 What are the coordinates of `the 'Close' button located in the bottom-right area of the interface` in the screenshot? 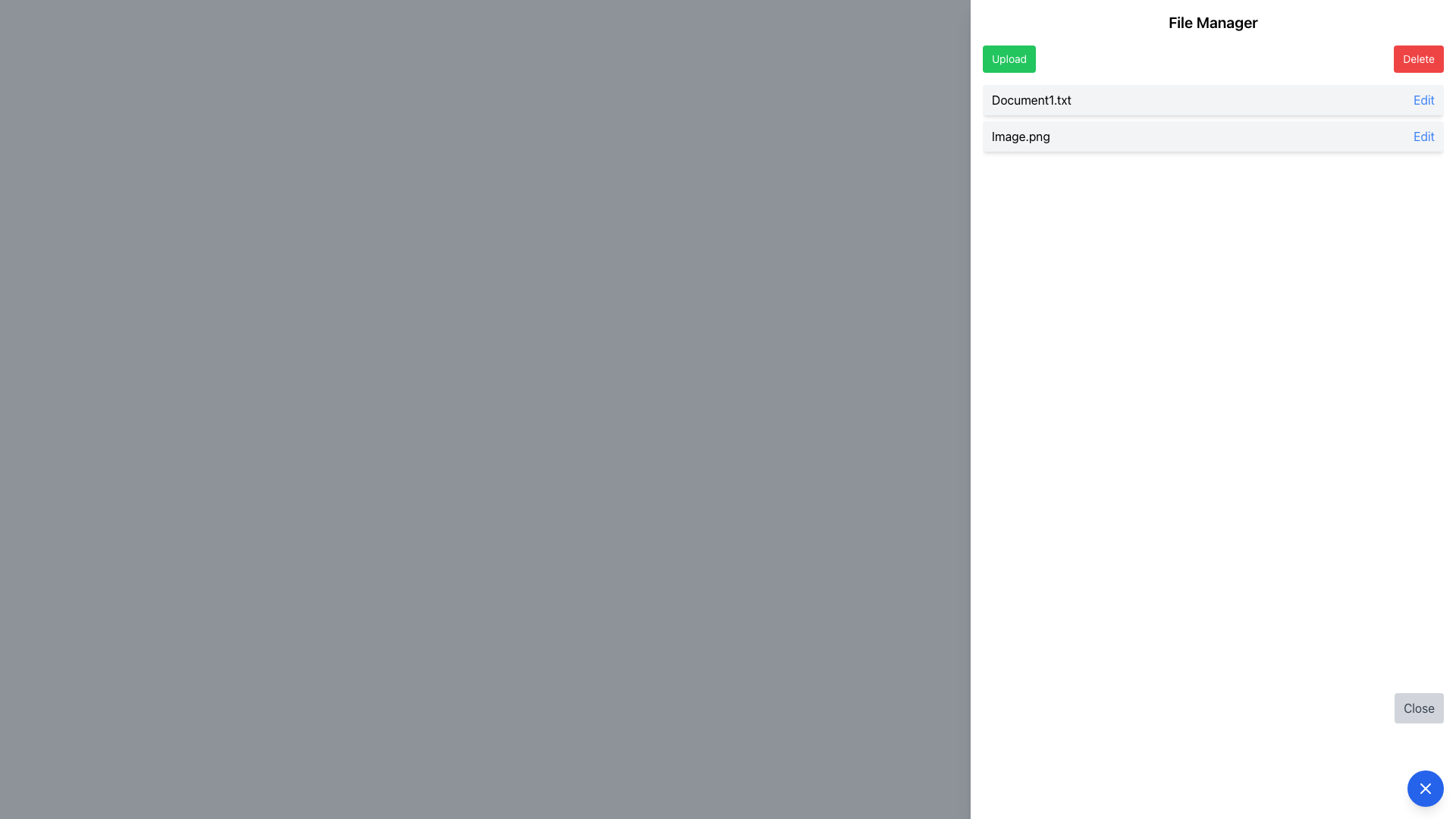 It's located at (1418, 708).